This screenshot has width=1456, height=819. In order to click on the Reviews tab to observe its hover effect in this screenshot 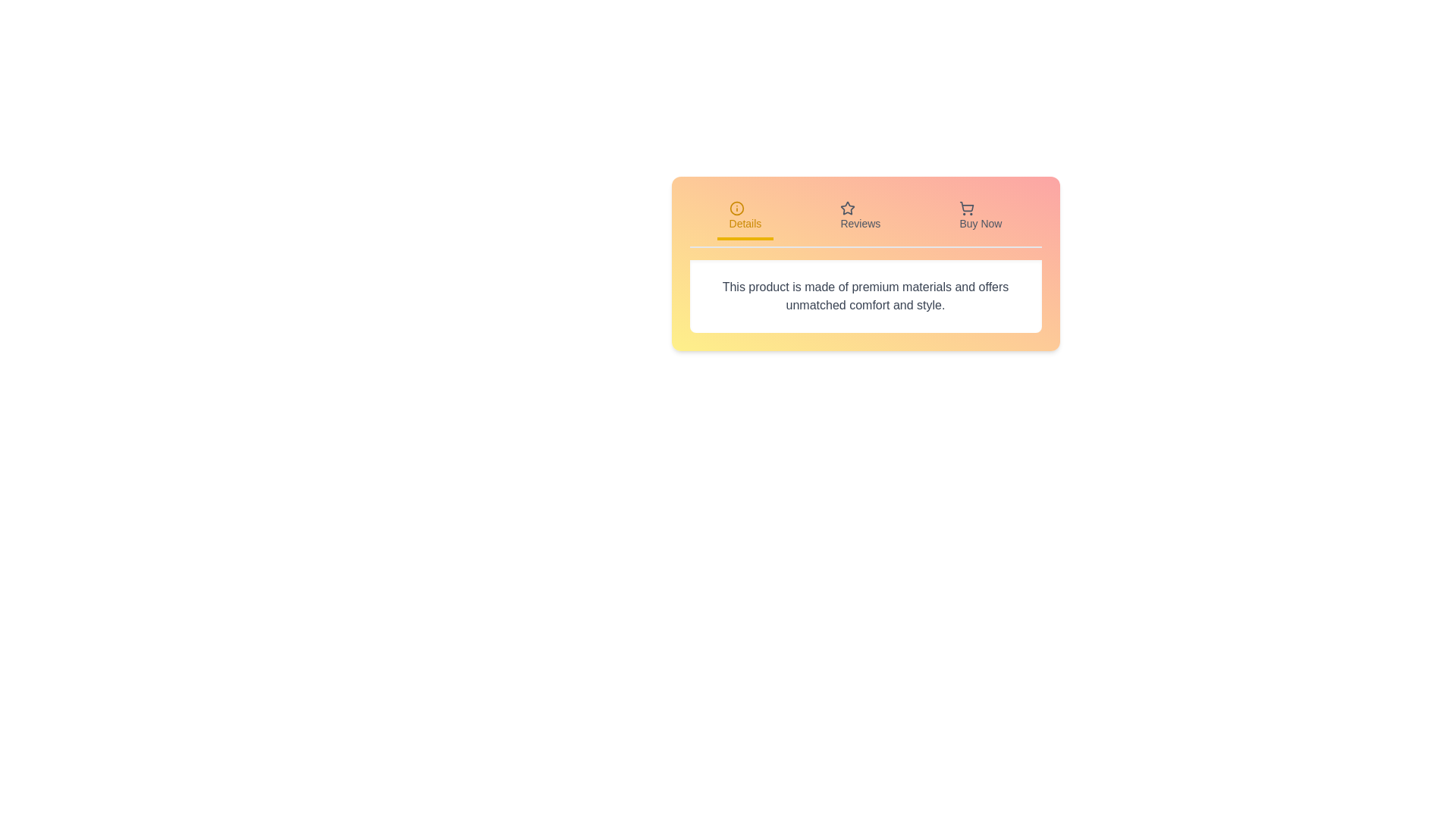, I will do `click(860, 217)`.